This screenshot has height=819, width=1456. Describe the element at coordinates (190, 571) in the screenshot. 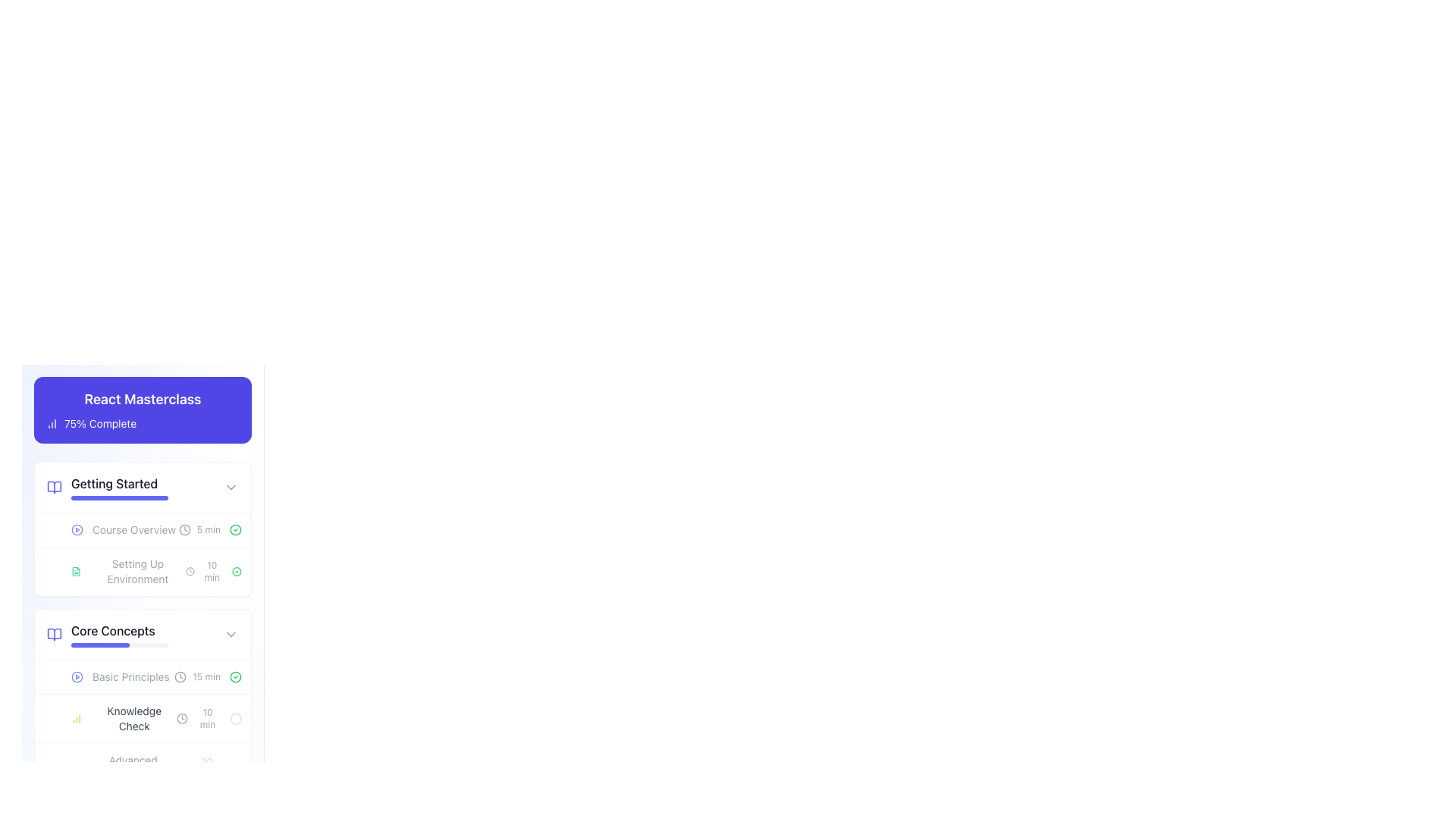

I see `the circular clock icon next to the '10 min' text in the 'Setting Up Environment' list item under the 'Getting Started' section` at that location.